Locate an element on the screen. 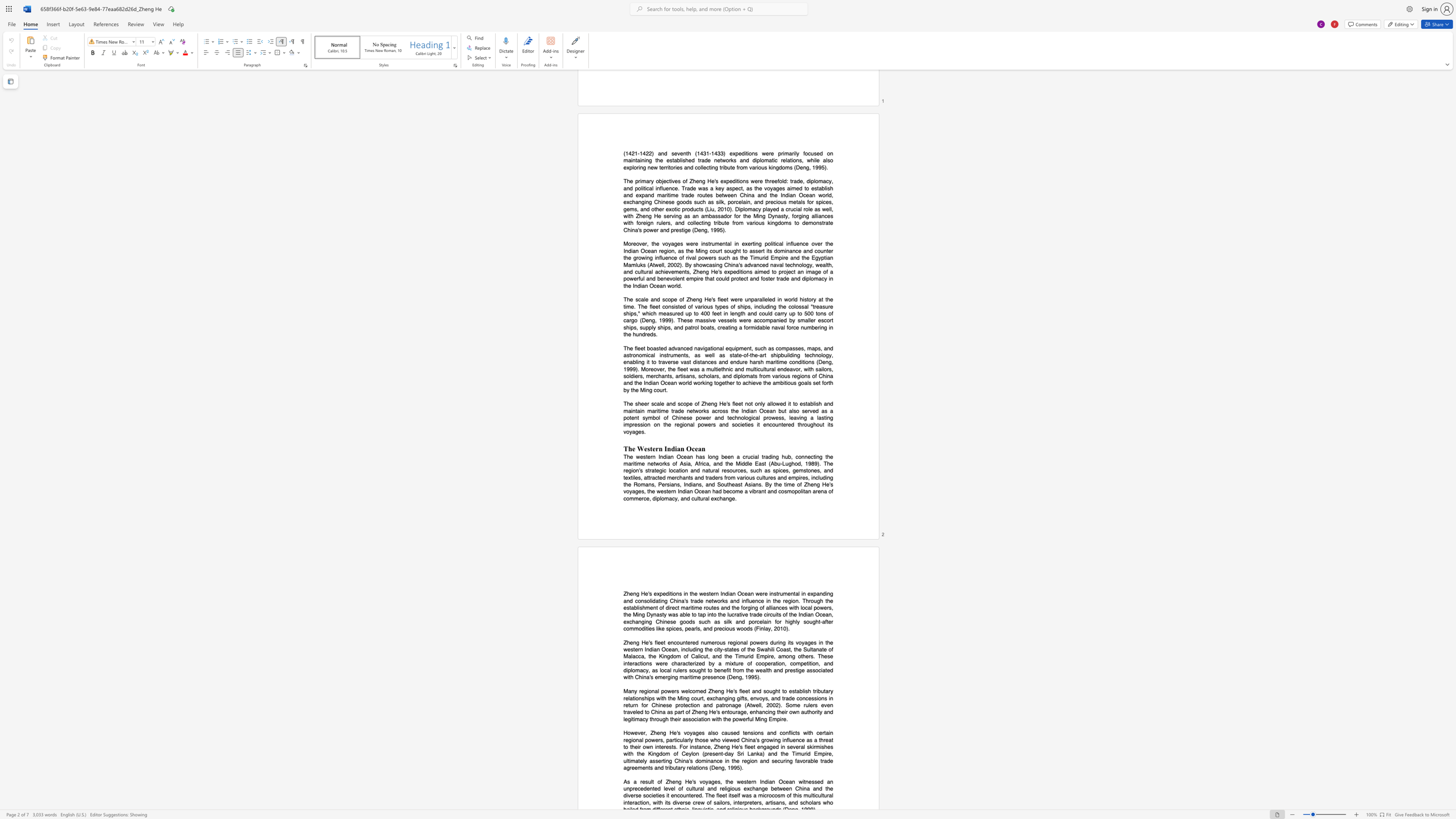  the space between the continuous character "i" and "o" in the text is located at coordinates (732, 788).